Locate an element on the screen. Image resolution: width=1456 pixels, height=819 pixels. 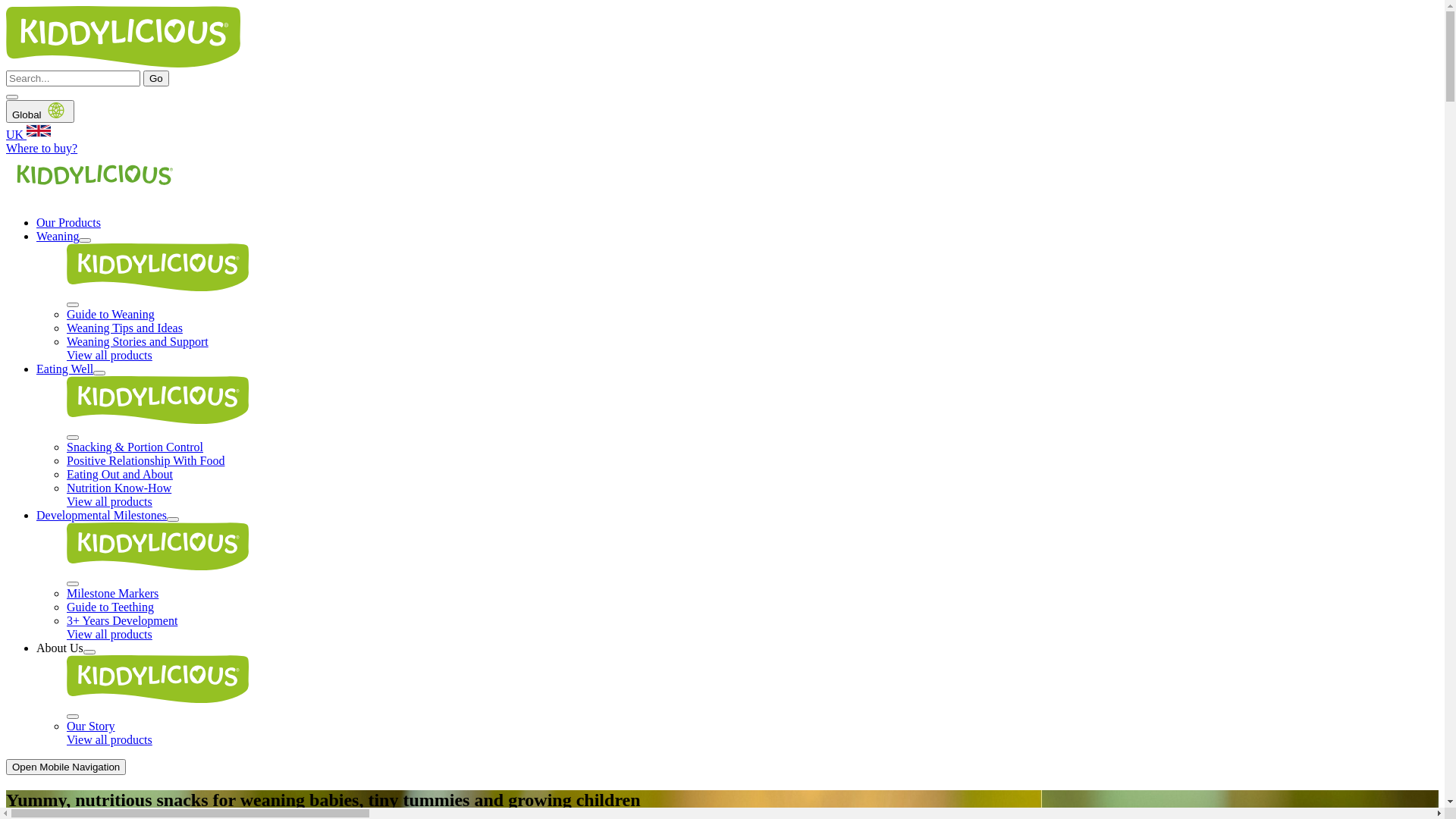
'View all products' is located at coordinates (108, 355).